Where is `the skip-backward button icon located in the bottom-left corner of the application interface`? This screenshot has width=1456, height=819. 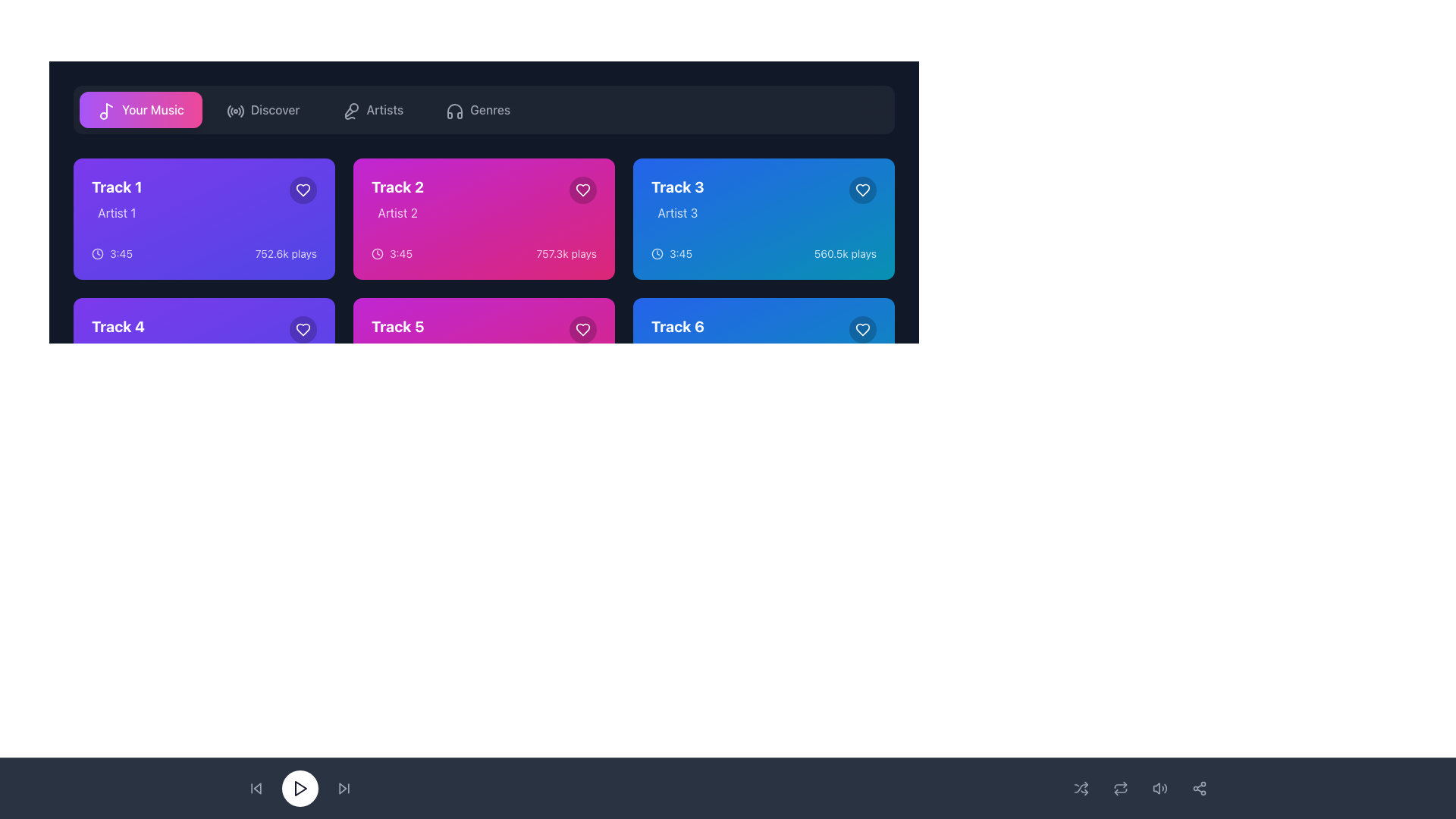 the skip-backward button icon located in the bottom-left corner of the application interface is located at coordinates (256, 788).